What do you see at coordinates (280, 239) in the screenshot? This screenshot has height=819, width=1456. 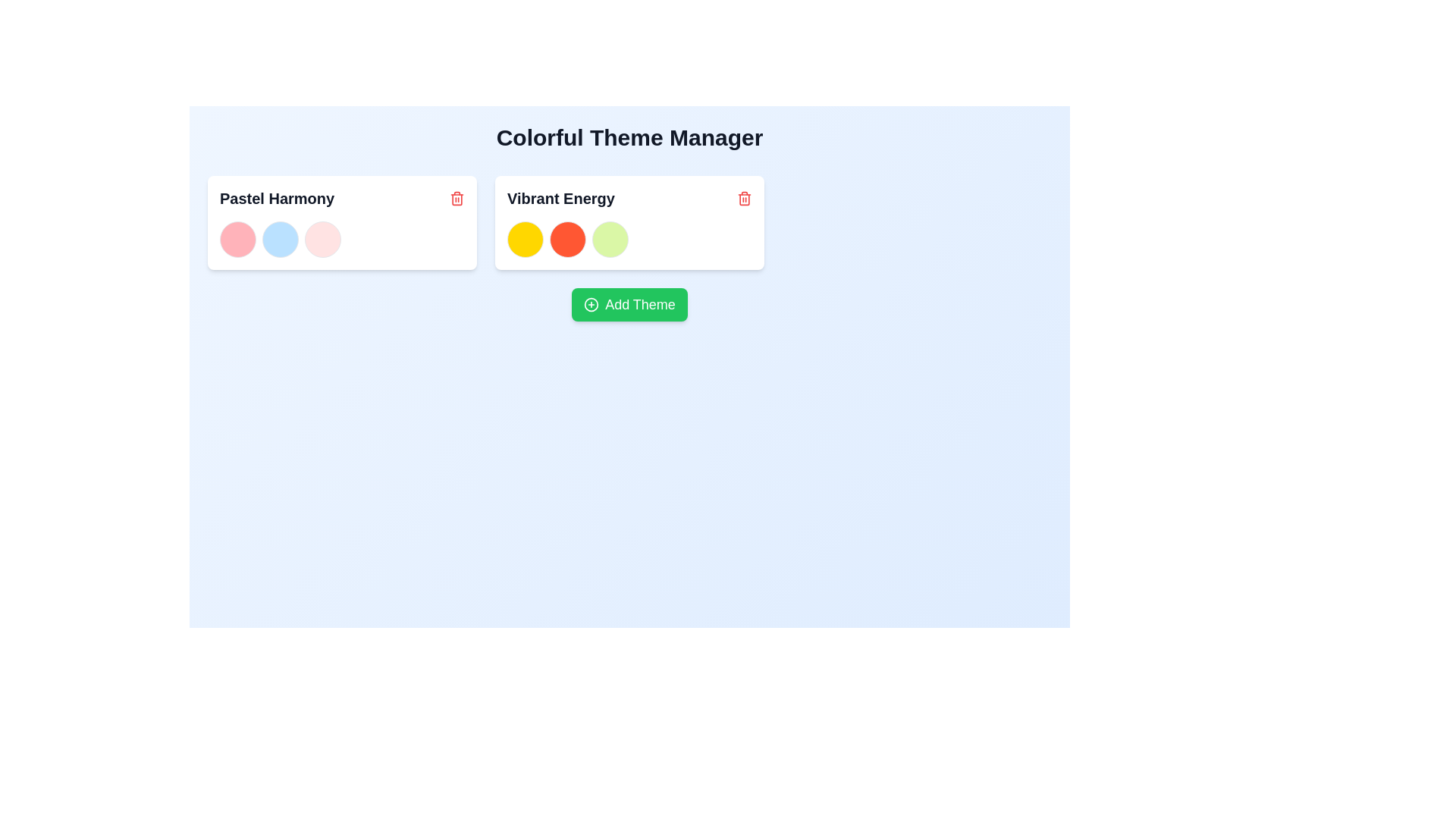 I see `the decorative element located in the center of three horizontally aligned circular elements within the 'Pastel Harmony' theme card, specifically the second element between the pink and light pink circular elements` at bounding box center [280, 239].